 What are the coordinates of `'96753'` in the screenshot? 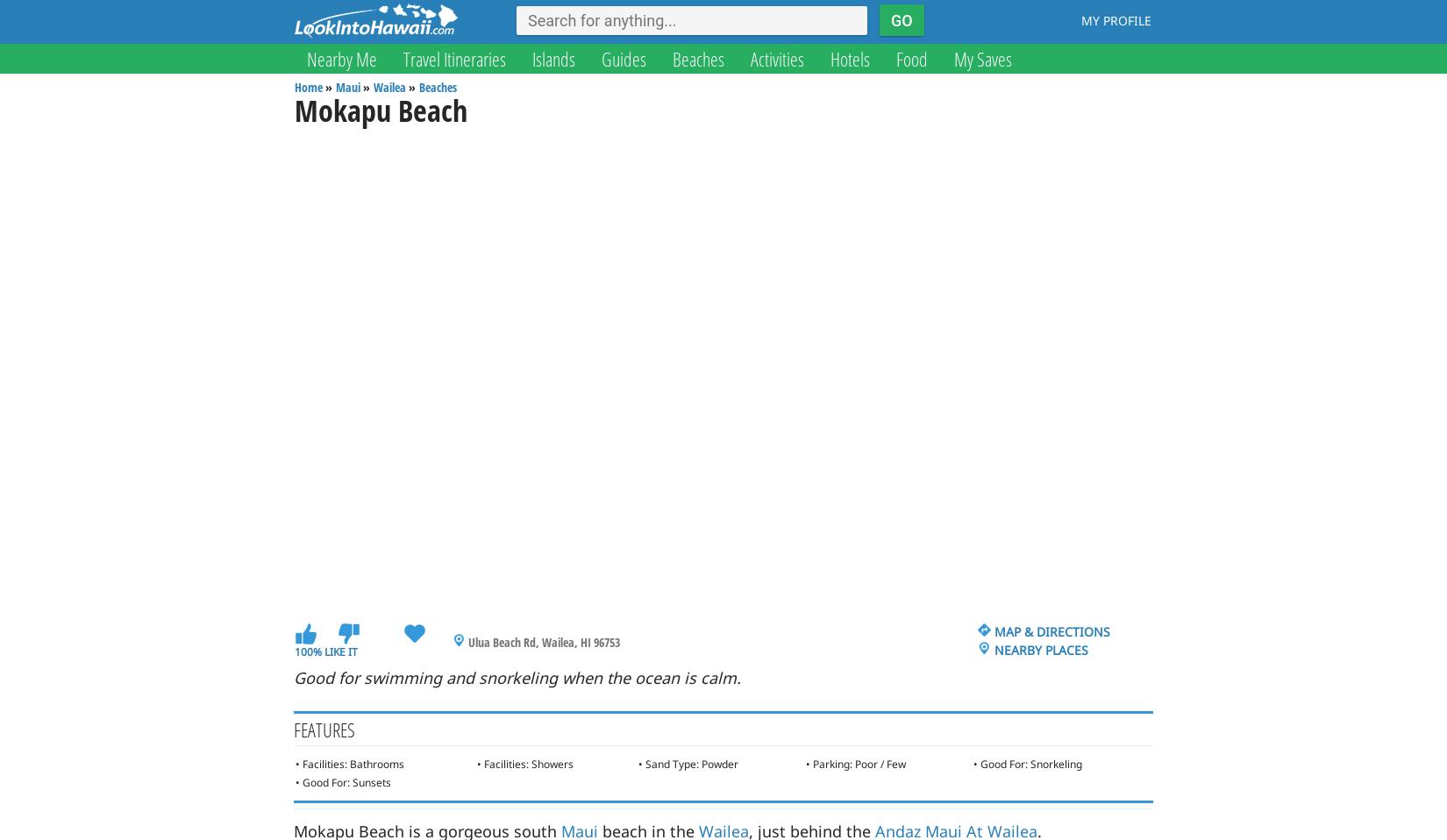 It's located at (606, 641).